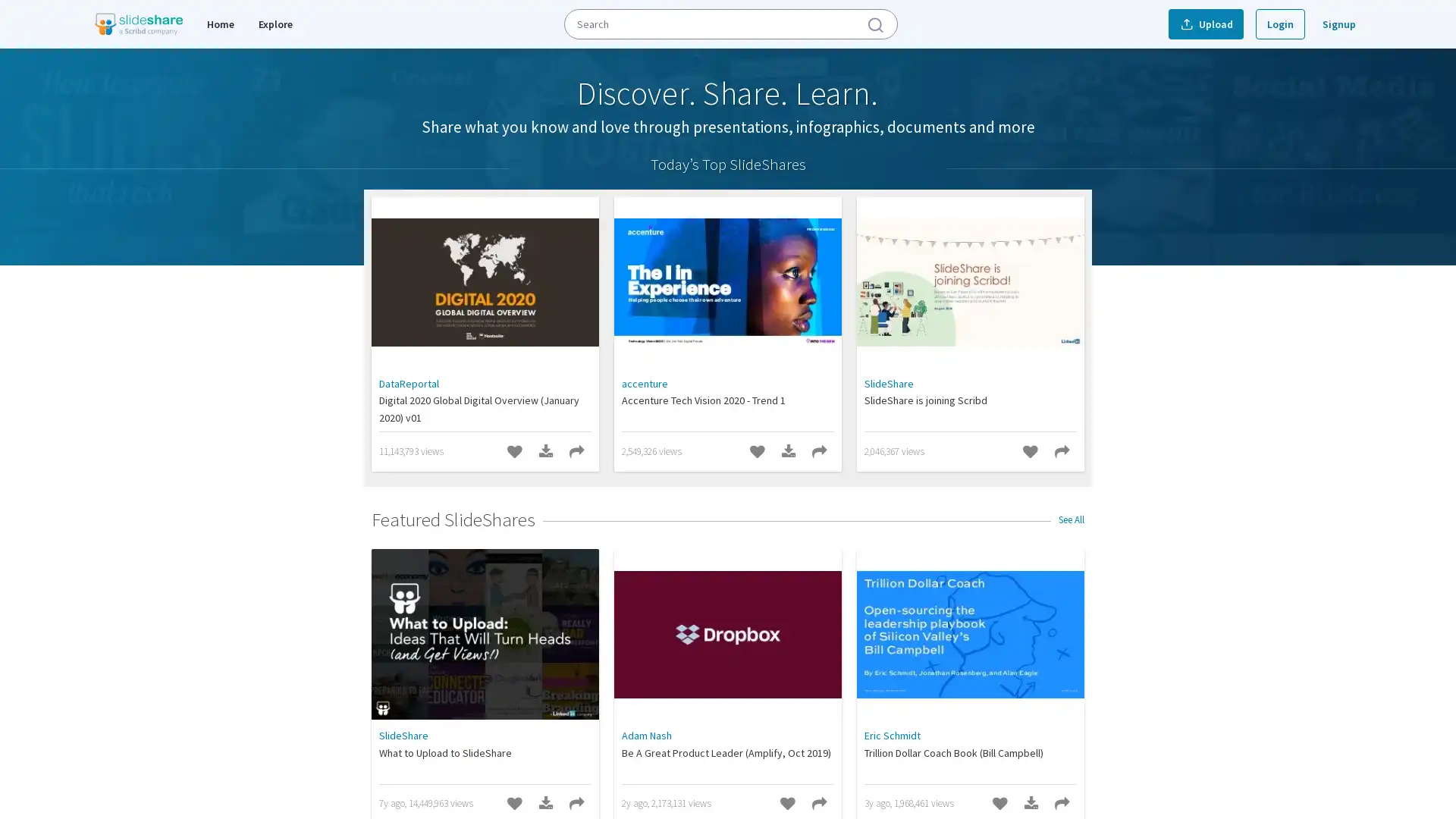  What do you see at coordinates (874, 24) in the screenshot?
I see `Submit Search` at bounding box center [874, 24].